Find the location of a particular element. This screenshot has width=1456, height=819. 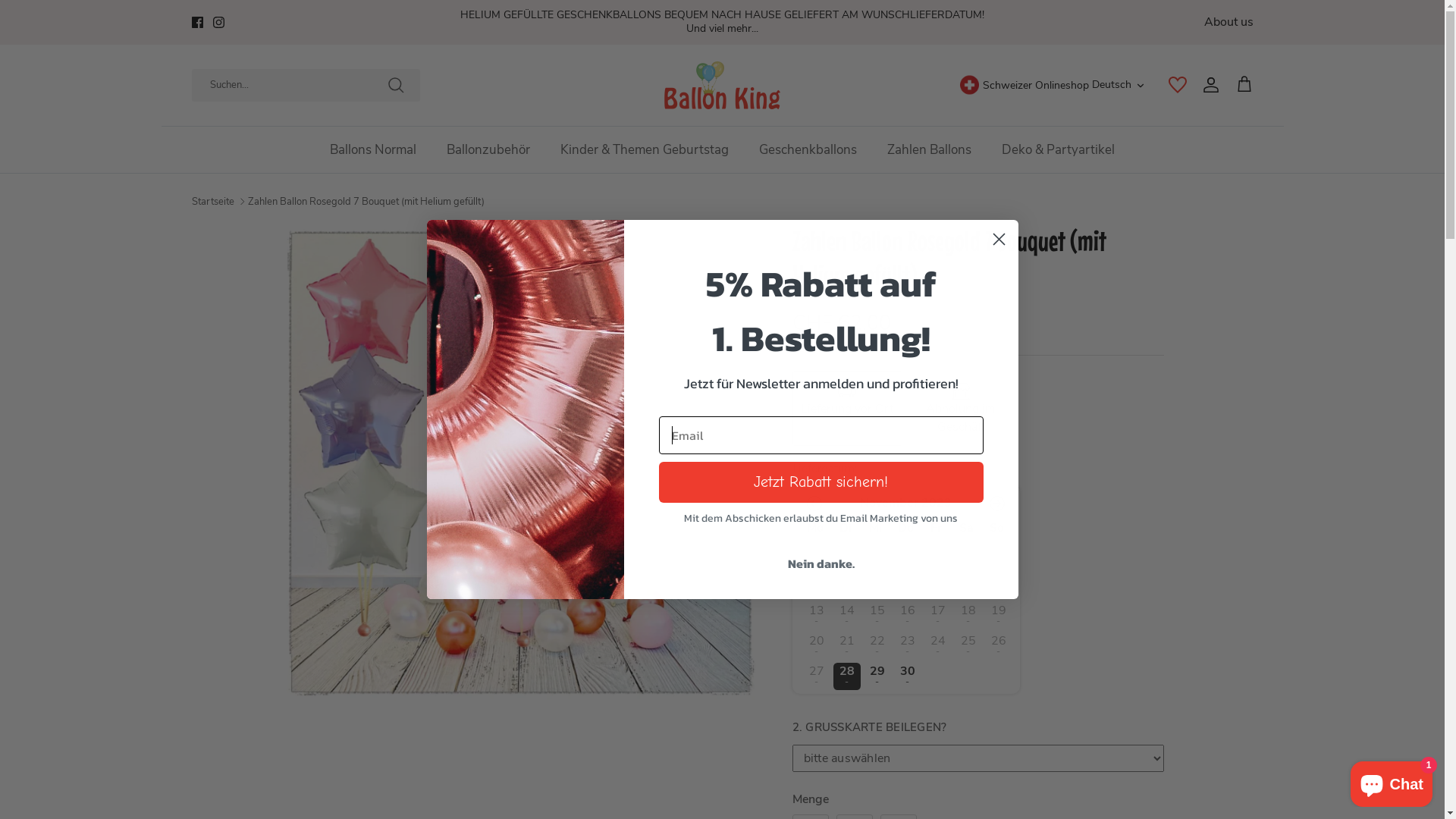

'Warenkorb' is located at coordinates (1234, 84).